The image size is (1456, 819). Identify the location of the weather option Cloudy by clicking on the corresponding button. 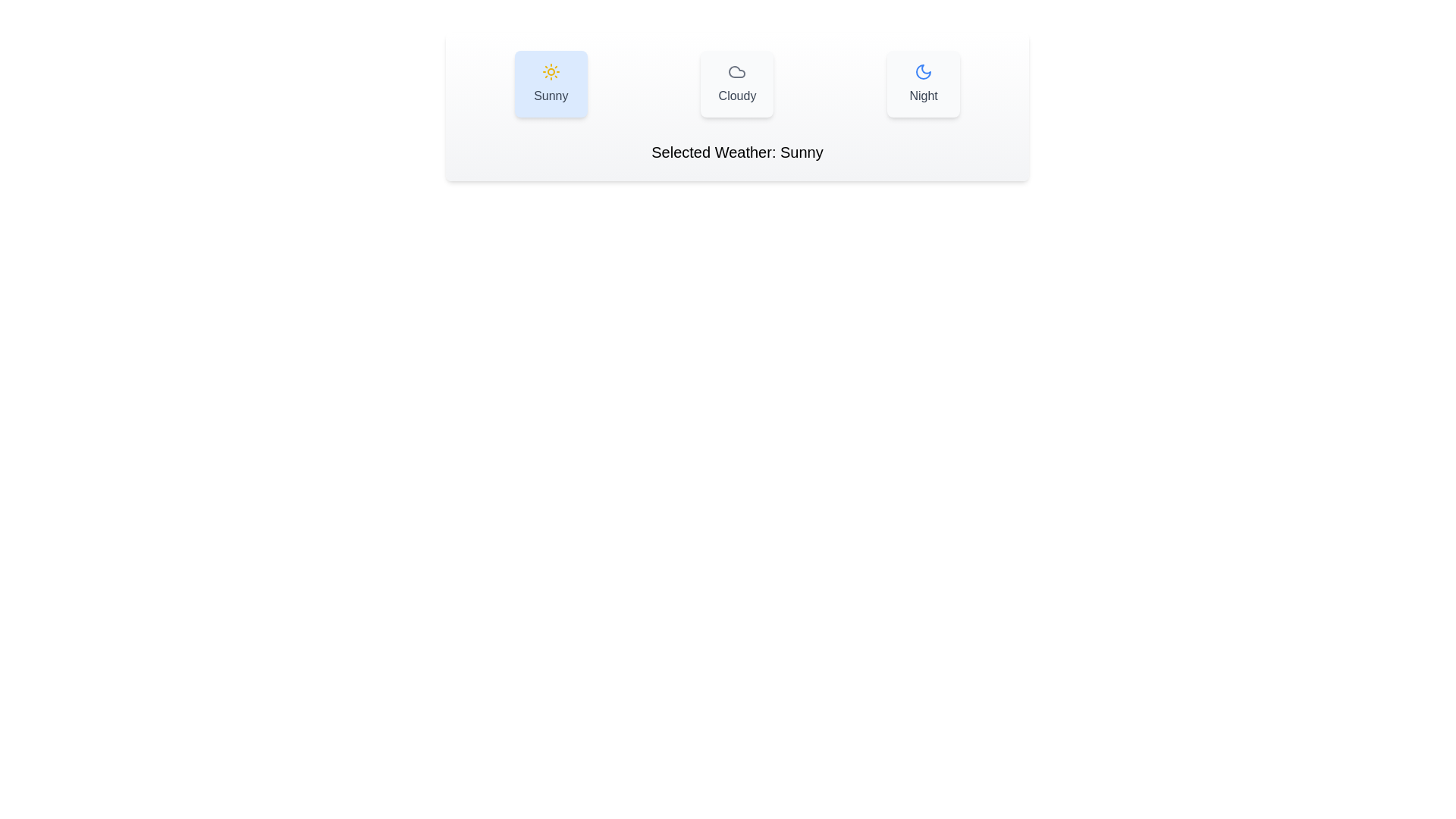
(737, 84).